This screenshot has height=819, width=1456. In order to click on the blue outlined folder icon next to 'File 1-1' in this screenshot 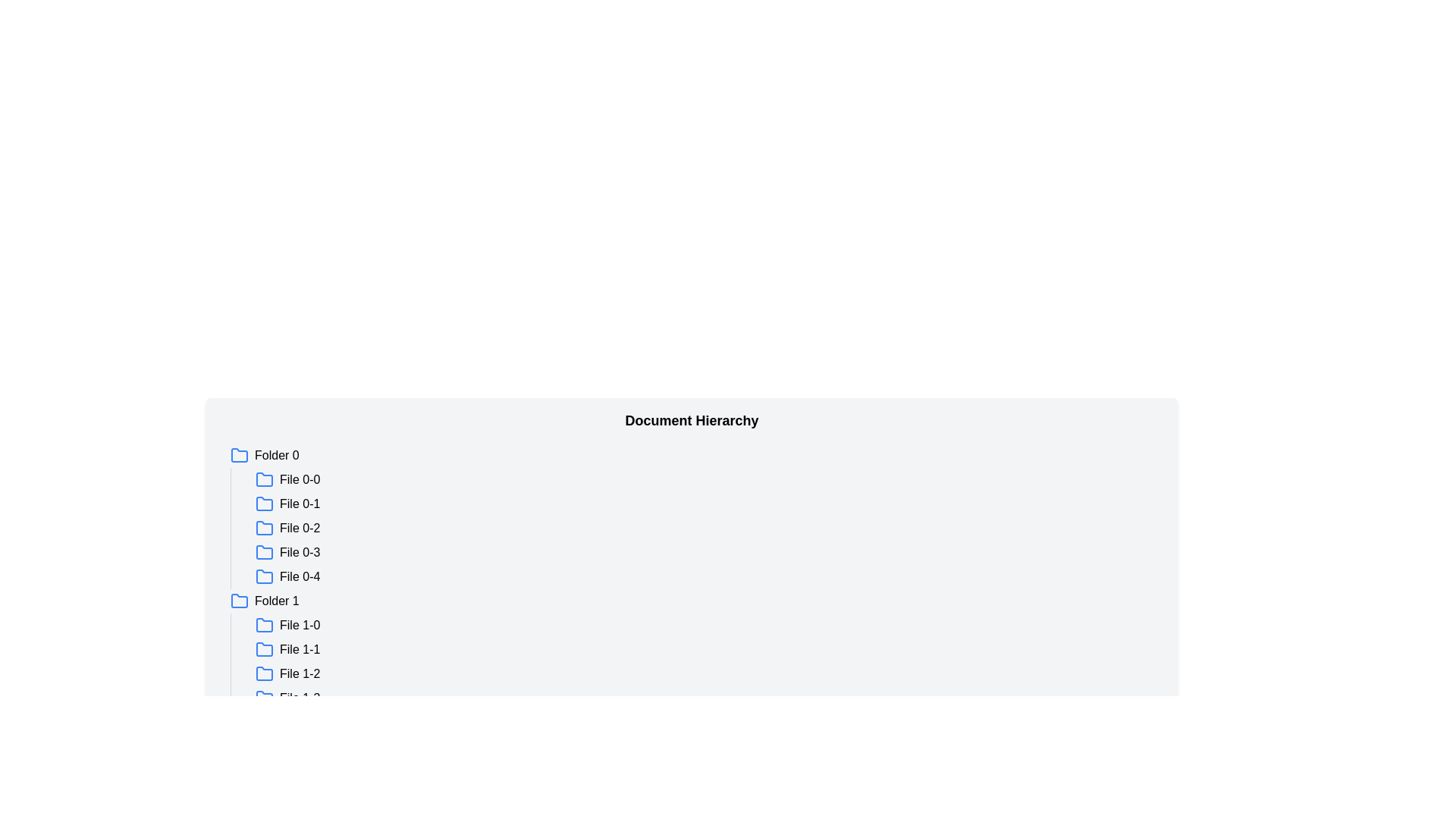, I will do `click(265, 648)`.